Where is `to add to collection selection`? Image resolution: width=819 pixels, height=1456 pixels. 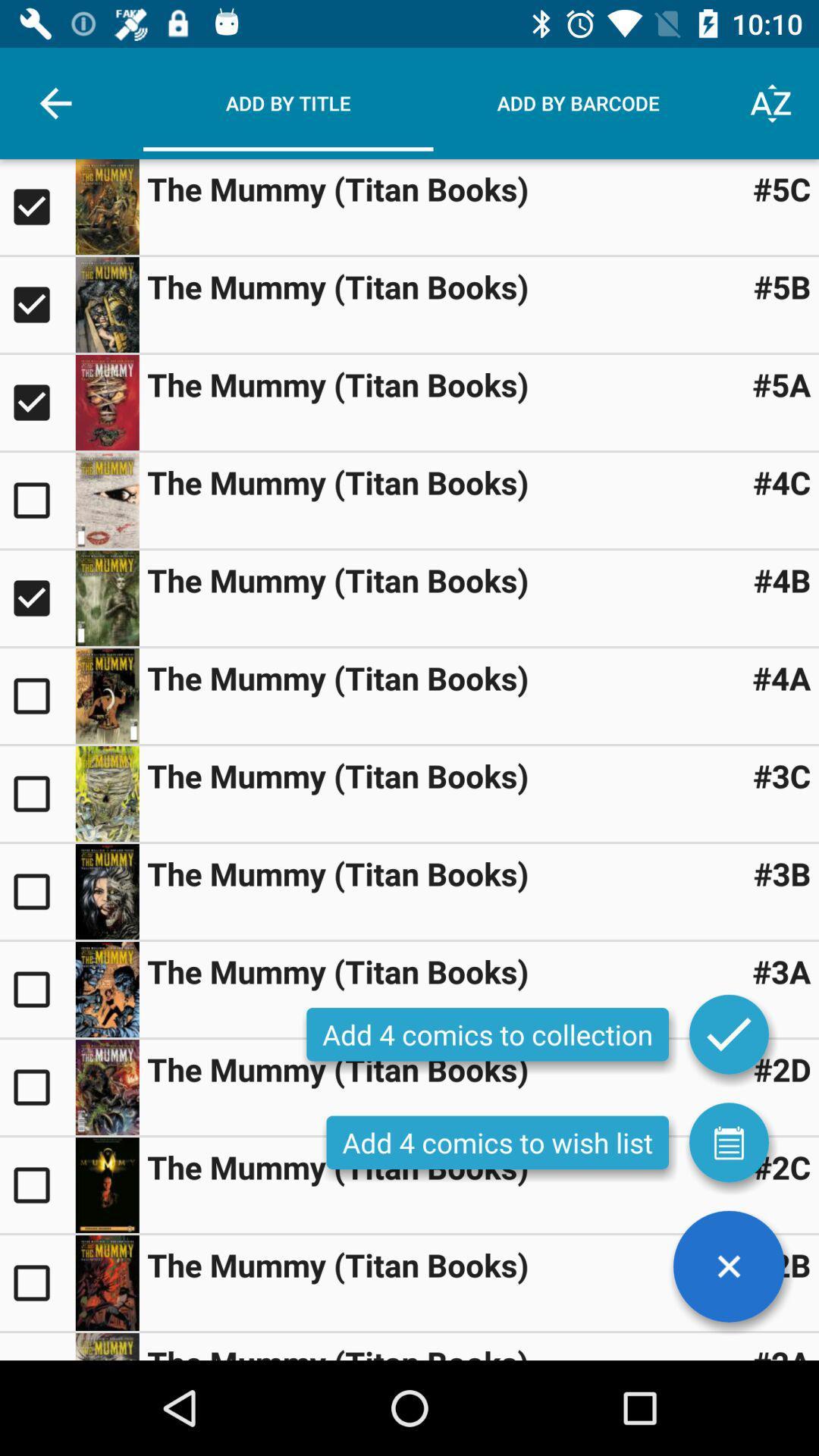 to add to collection selection is located at coordinates (106, 792).